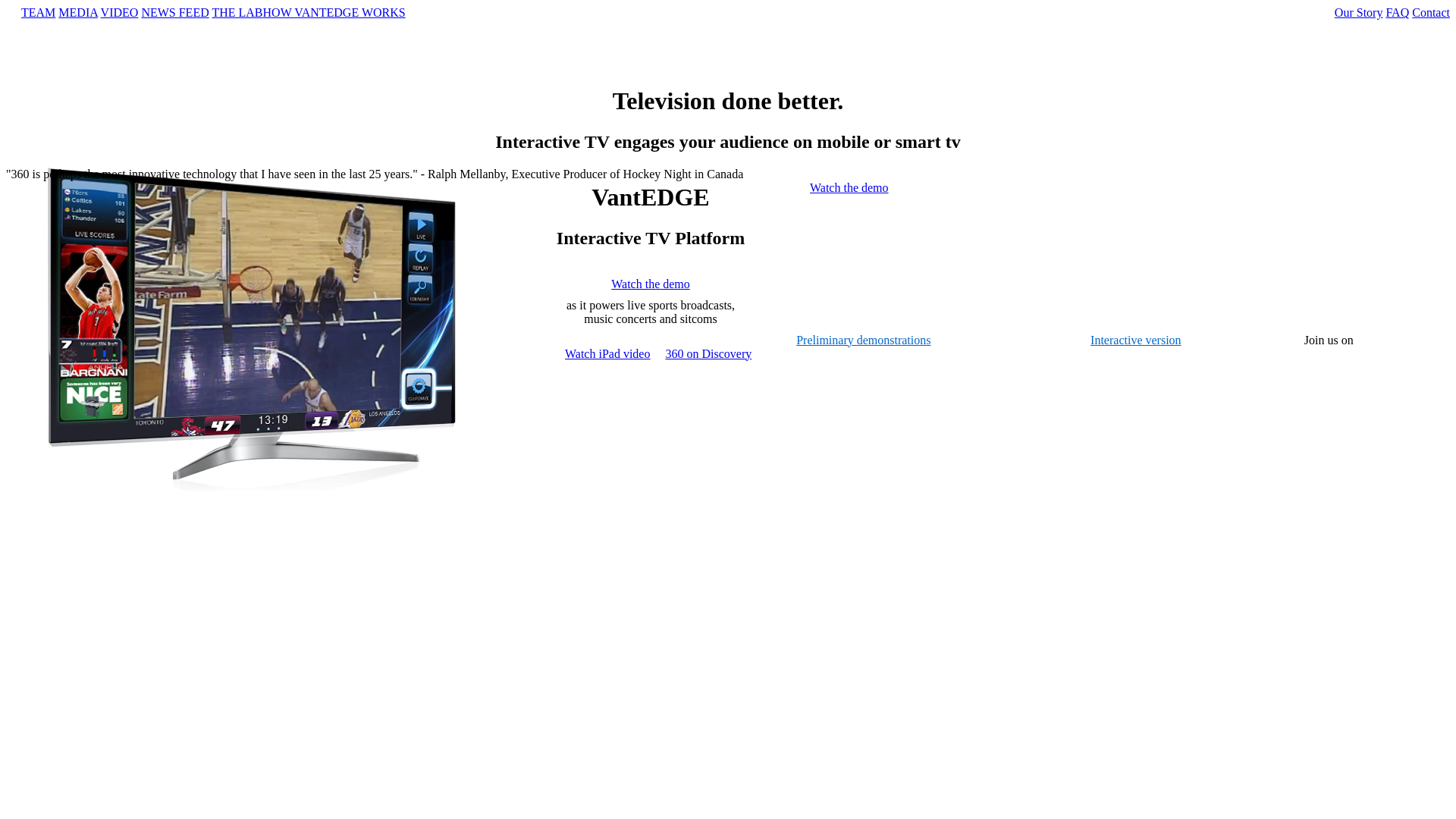  What do you see at coordinates (1396, 12) in the screenshot?
I see `'FAQ'` at bounding box center [1396, 12].